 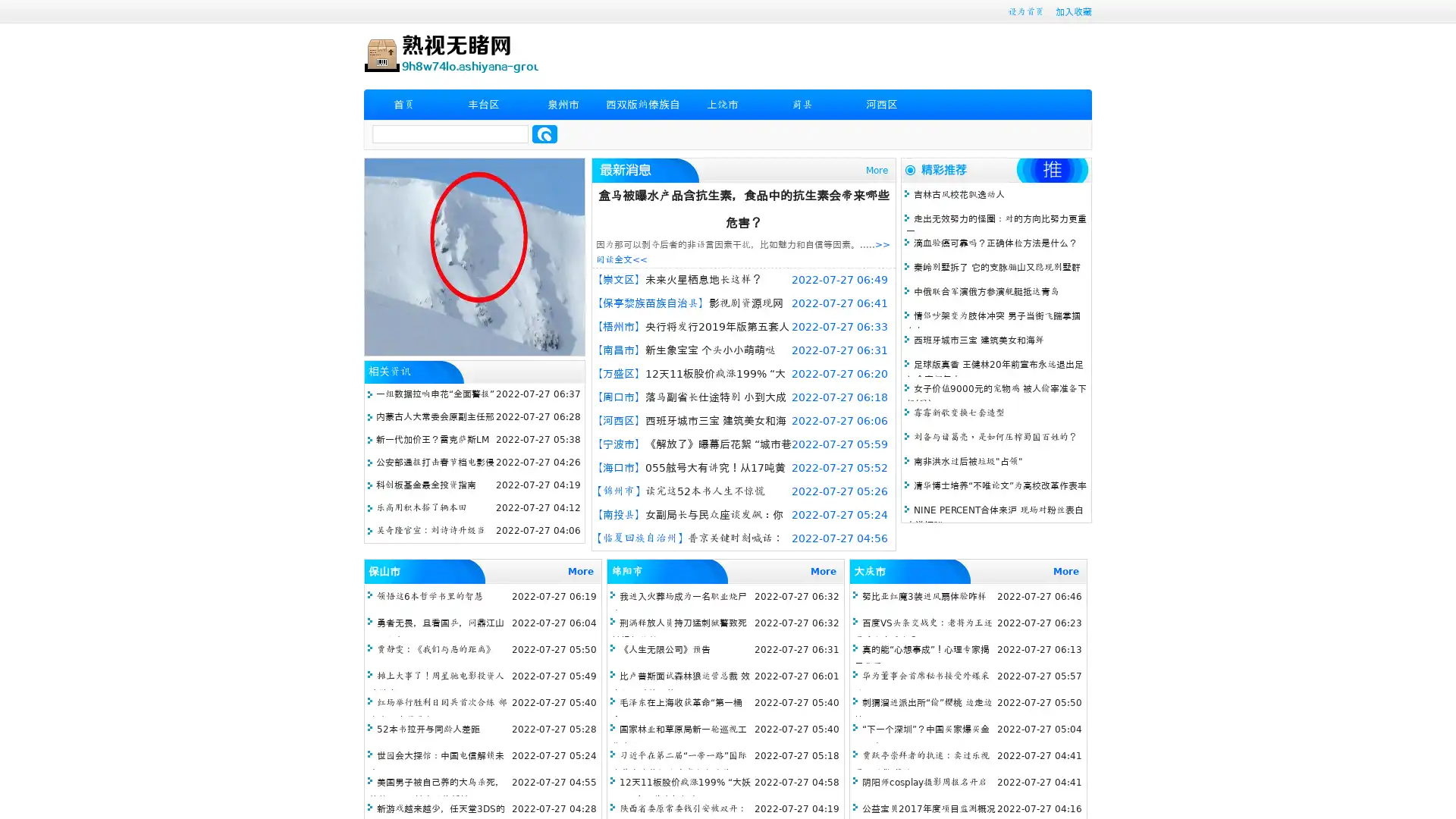 What do you see at coordinates (544, 133) in the screenshot?
I see `Search` at bounding box center [544, 133].